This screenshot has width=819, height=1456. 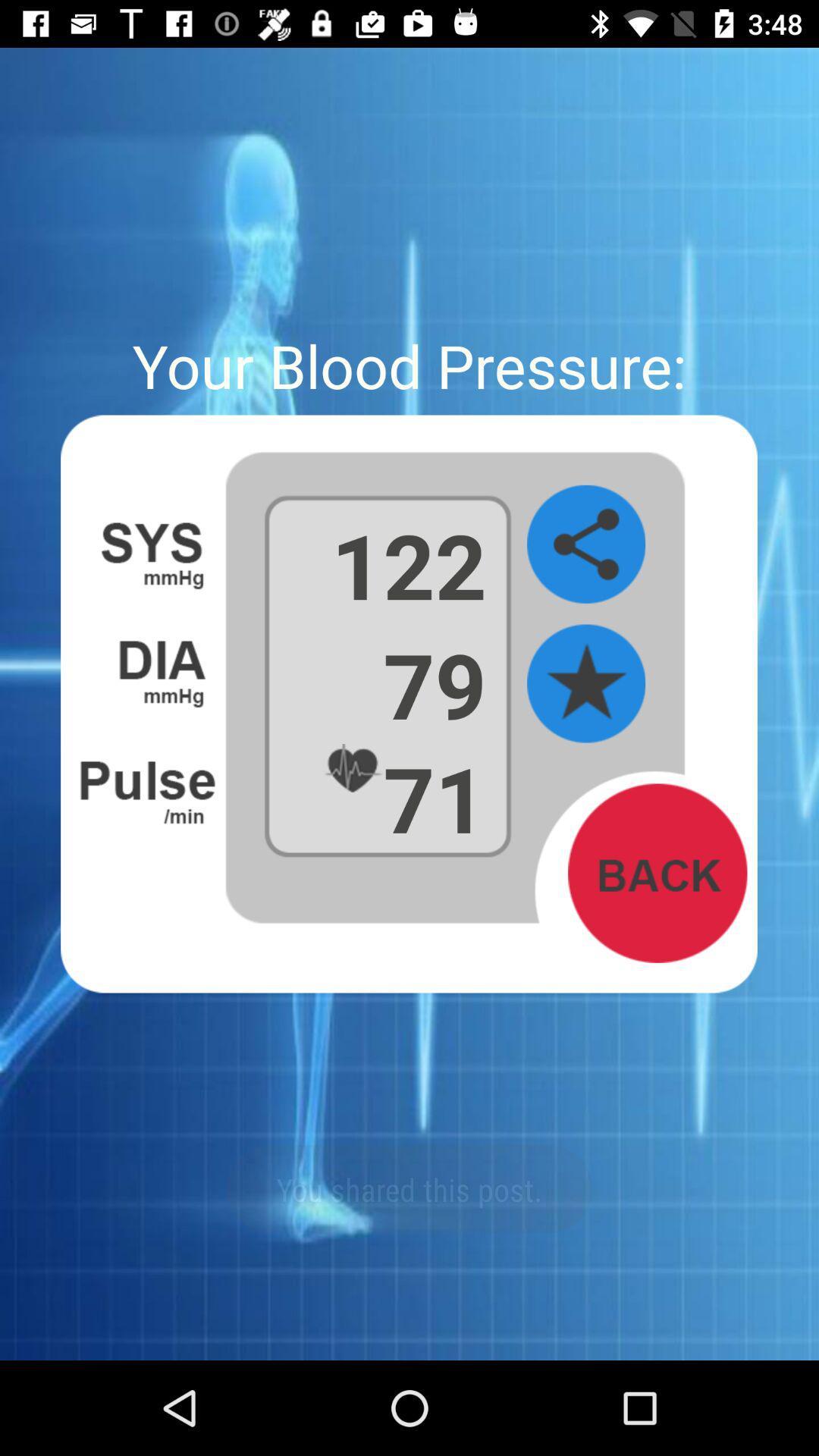 What do you see at coordinates (585, 544) in the screenshot?
I see `share` at bounding box center [585, 544].